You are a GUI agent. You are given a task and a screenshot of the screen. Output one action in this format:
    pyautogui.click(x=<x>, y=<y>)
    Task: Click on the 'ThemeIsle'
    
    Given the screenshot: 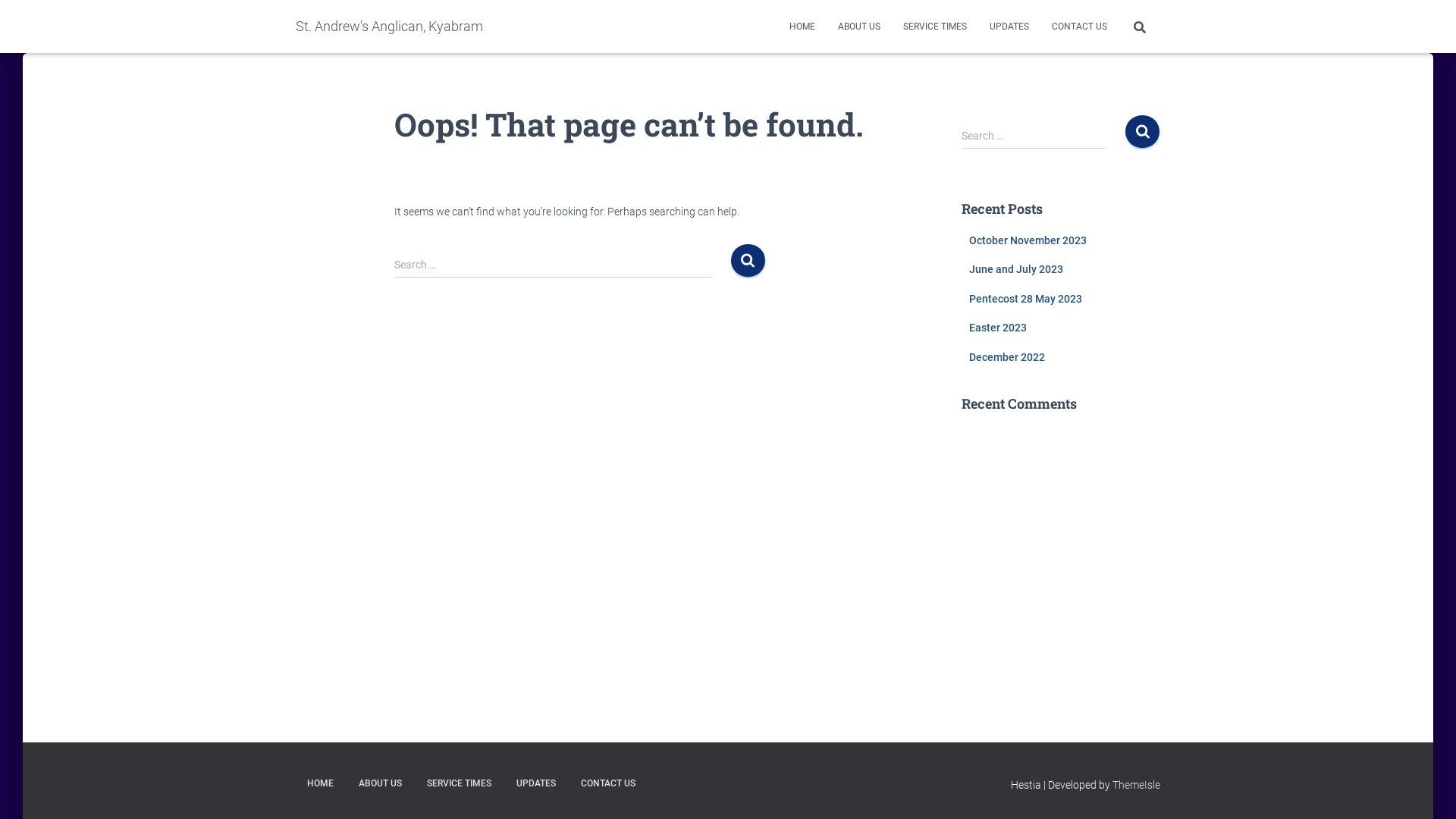 What is the action you would take?
    pyautogui.click(x=1112, y=784)
    